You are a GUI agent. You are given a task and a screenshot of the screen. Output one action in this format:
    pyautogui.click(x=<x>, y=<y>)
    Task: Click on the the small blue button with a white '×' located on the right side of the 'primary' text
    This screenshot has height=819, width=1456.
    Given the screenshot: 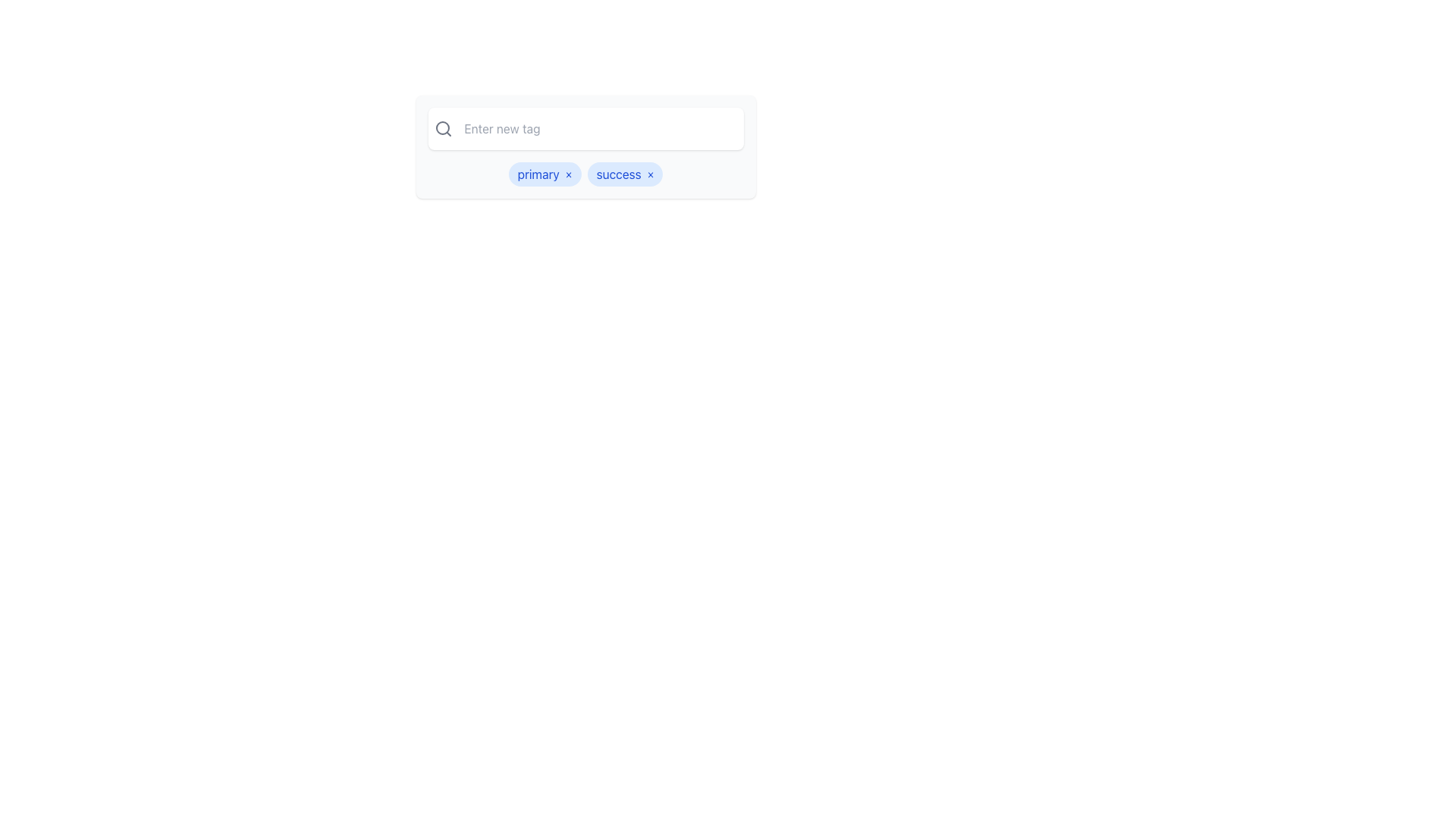 What is the action you would take?
    pyautogui.click(x=568, y=174)
    